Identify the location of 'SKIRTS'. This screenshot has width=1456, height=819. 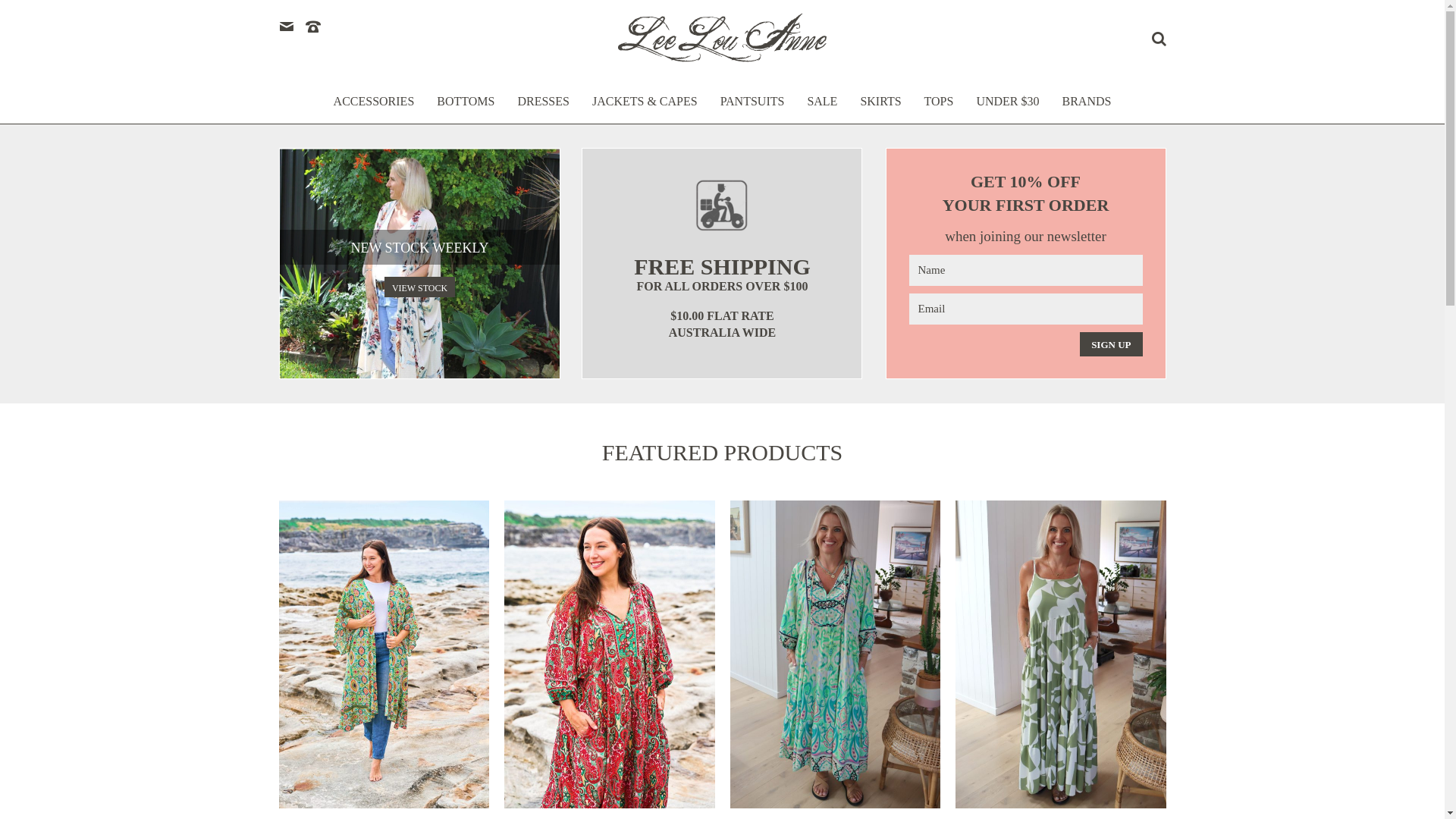
(880, 108).